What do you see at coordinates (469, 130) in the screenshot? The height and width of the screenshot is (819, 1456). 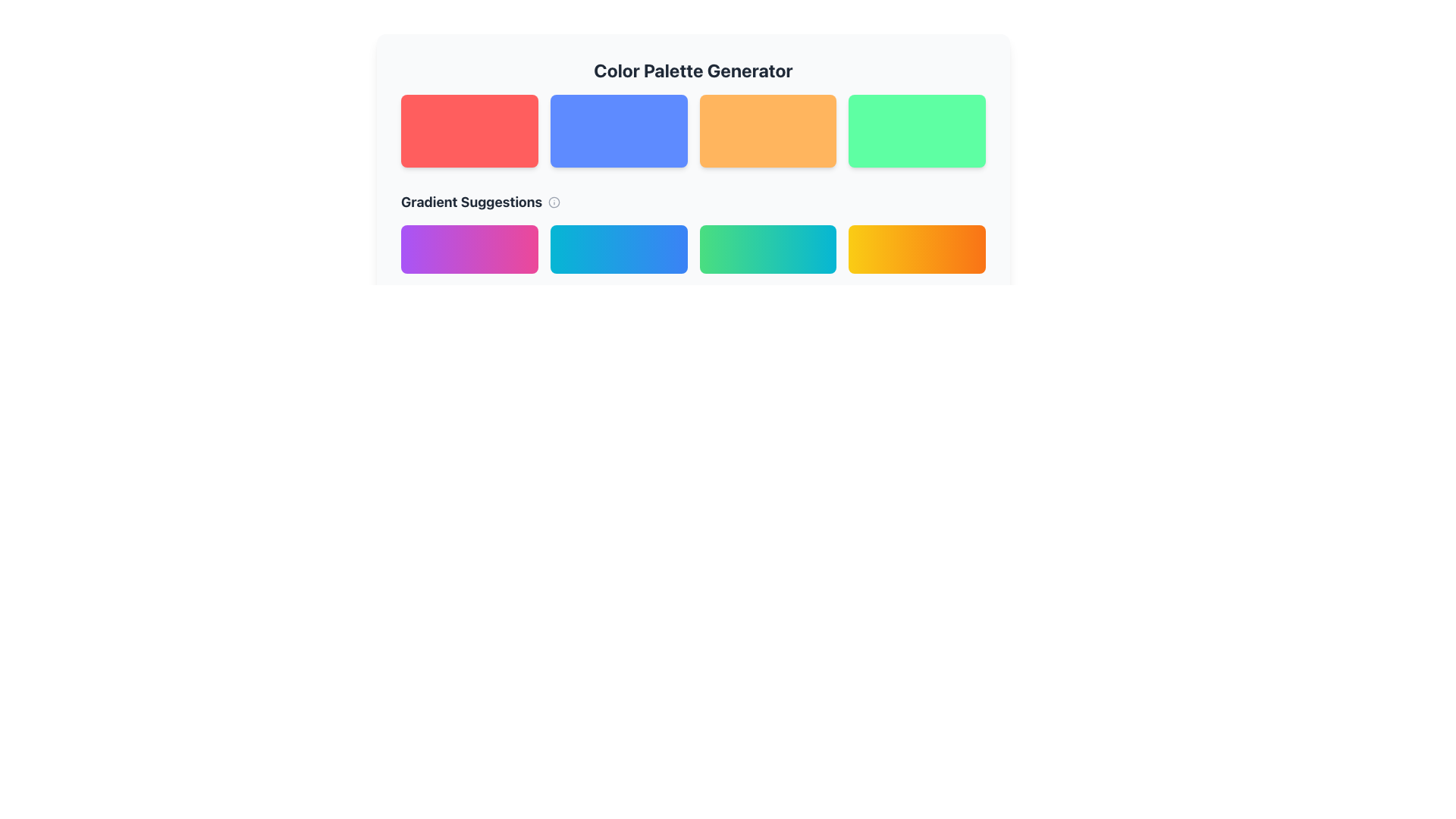 I see `the first selectable color swatch or button in the grid layout` at bounding box center [469, 130].